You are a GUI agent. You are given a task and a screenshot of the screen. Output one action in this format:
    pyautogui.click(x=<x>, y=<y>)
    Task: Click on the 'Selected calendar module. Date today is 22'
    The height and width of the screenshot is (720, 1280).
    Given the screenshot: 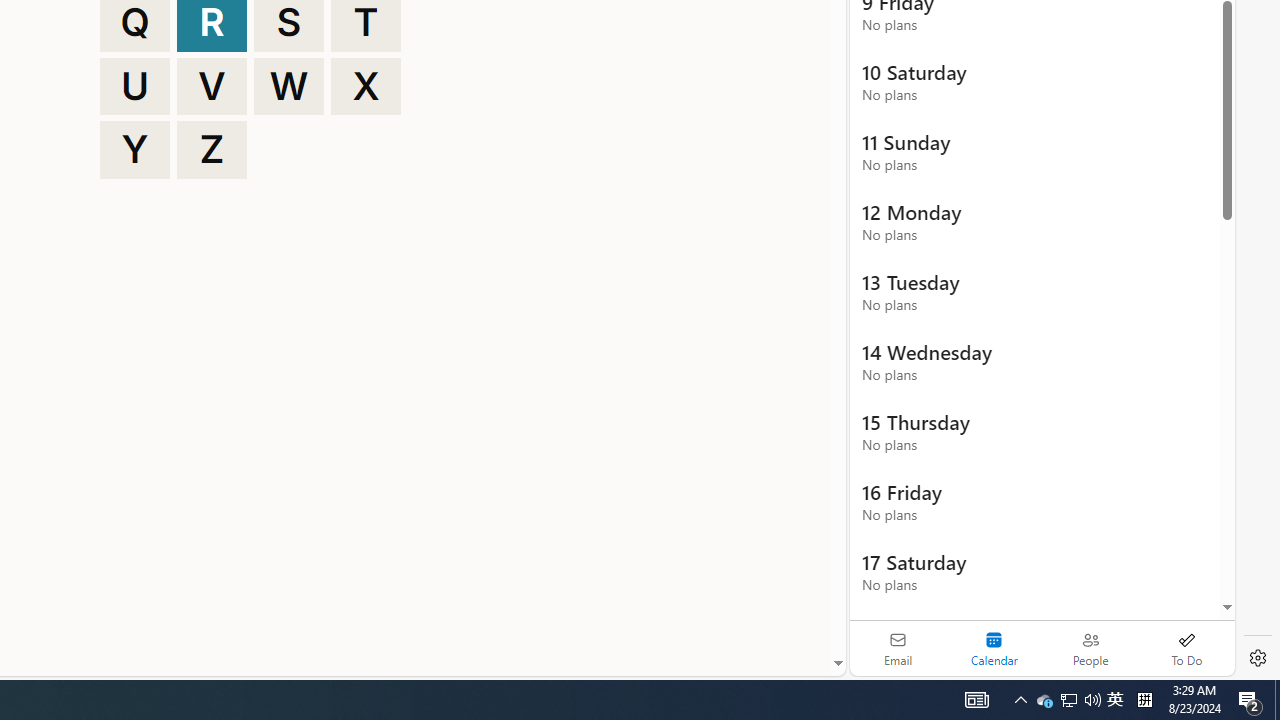 What is the action you would take?
    pyautogui.click(x=994, y=648)
    